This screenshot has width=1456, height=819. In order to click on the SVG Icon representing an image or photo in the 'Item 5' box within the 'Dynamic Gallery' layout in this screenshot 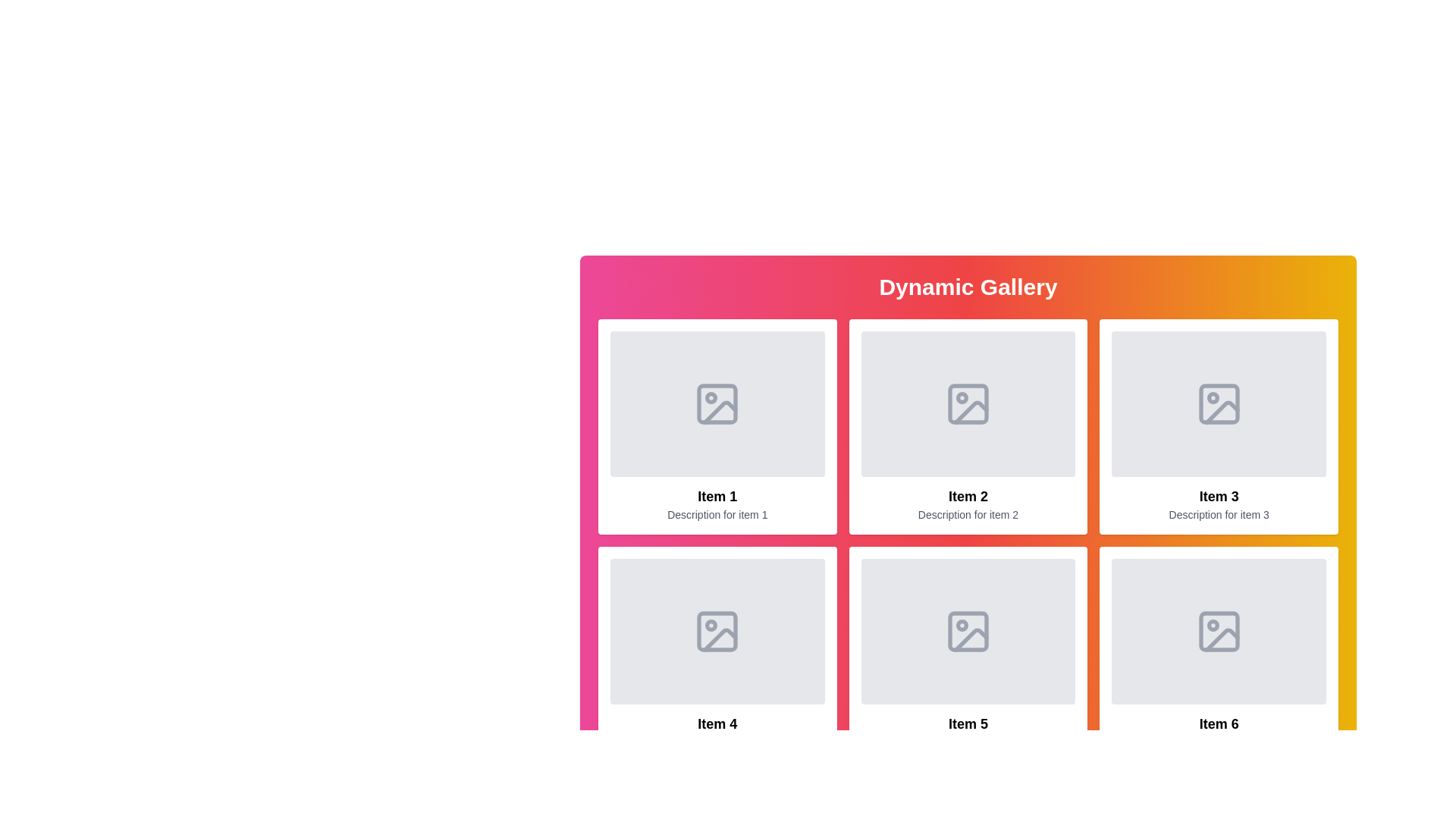, I will do `click(967, 632)`.